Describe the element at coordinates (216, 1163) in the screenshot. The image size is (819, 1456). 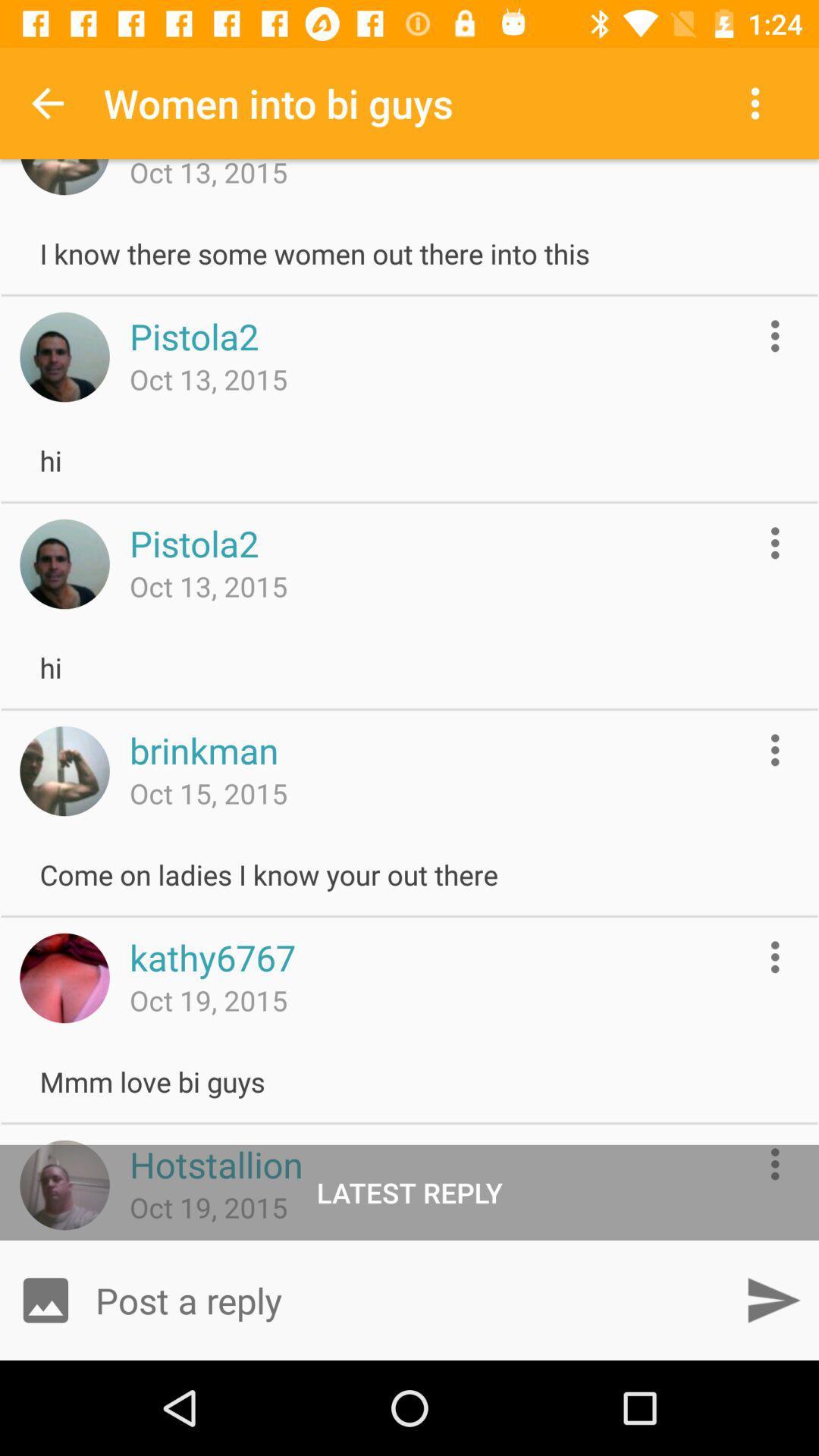
I see `hotstallion icon` at that location.